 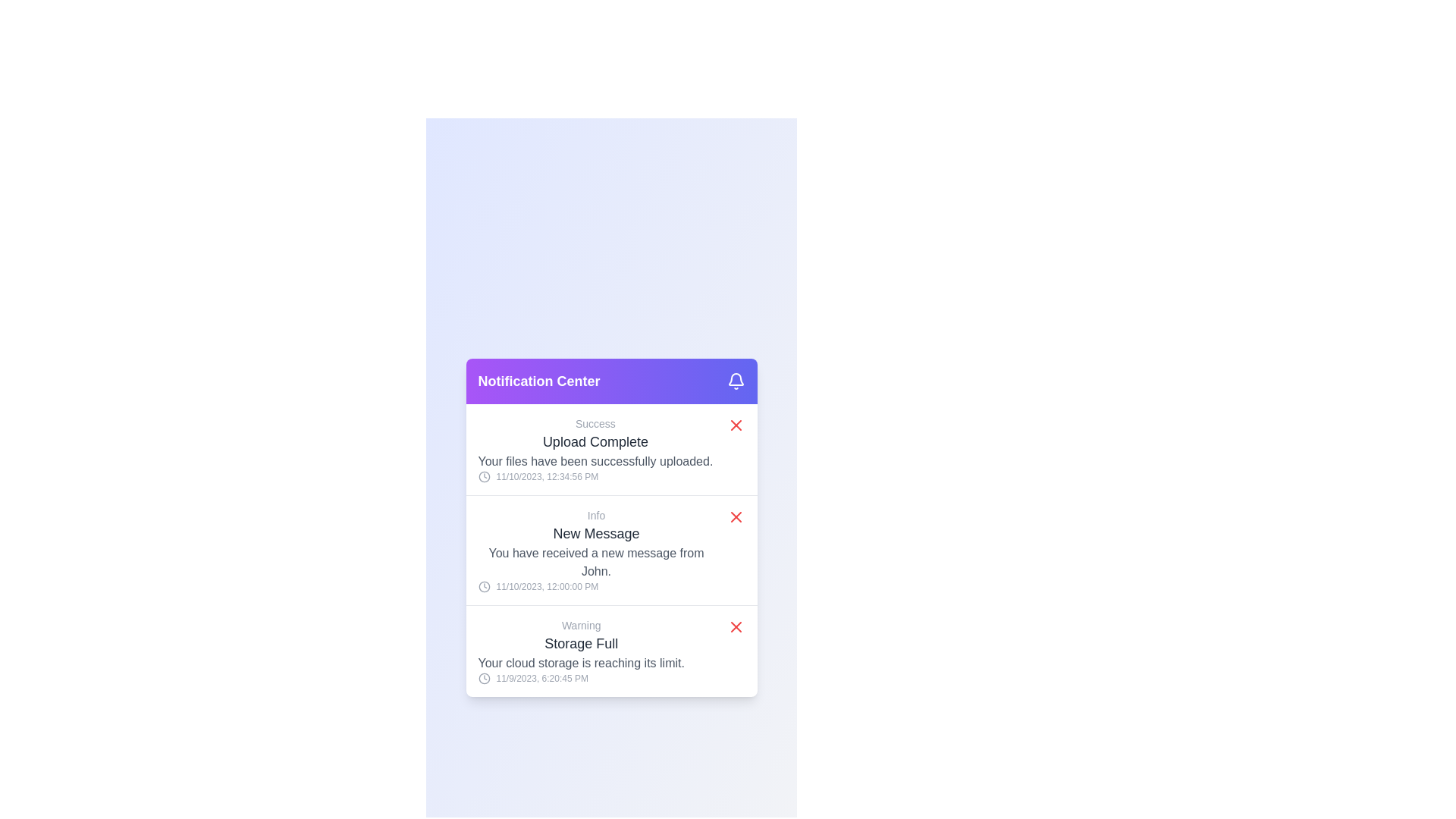 I want to click on the Text Label that conveys a successful state or confirmation message indicating that a file upload operation has been successfully completed. This label is located directly below a smaller 'Success' label in the middle of the 'Notification Center' card, so click(x=595, y=441).